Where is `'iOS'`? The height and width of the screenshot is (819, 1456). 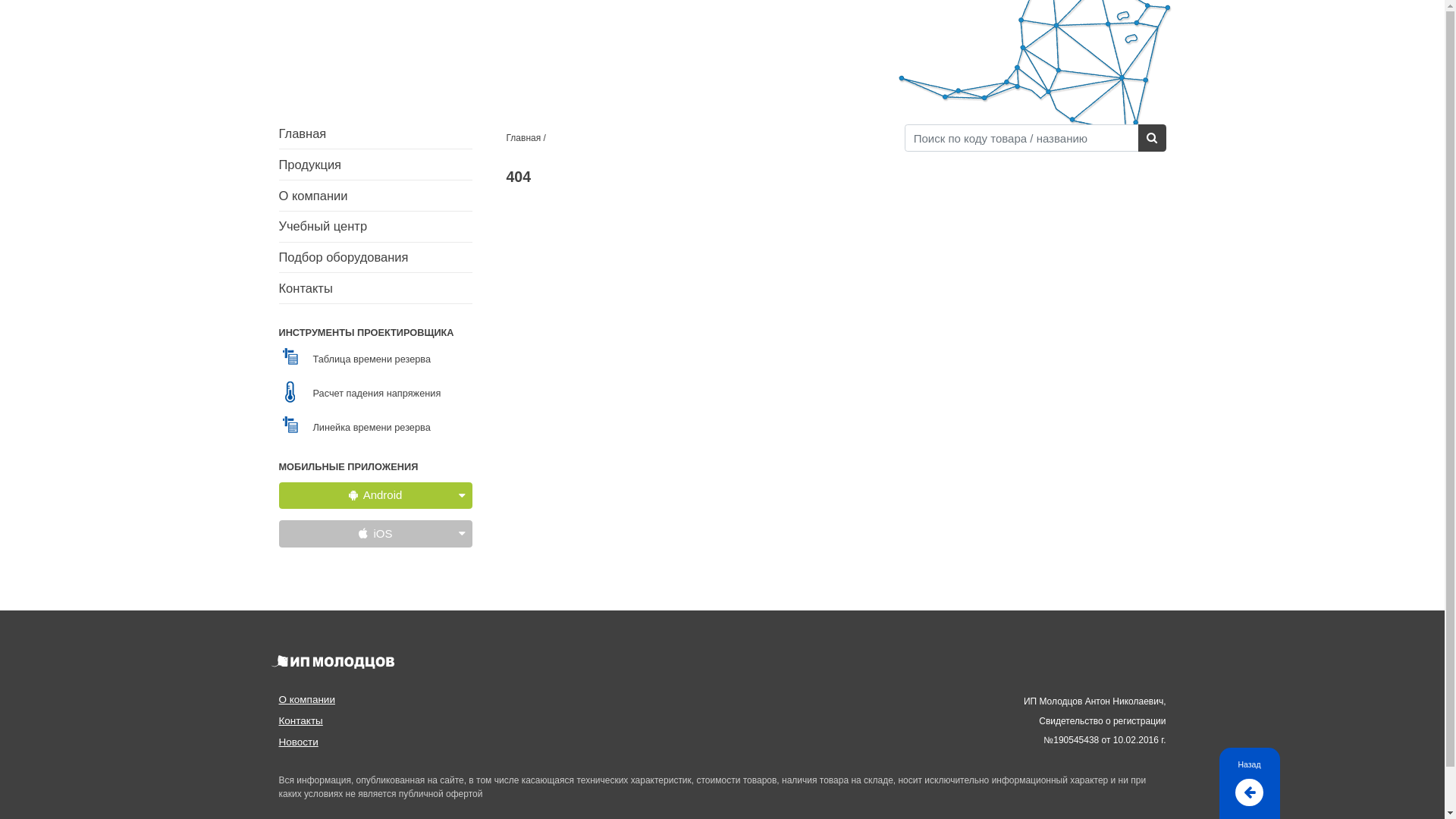
'iOS' is located at coordinates (375, 533).